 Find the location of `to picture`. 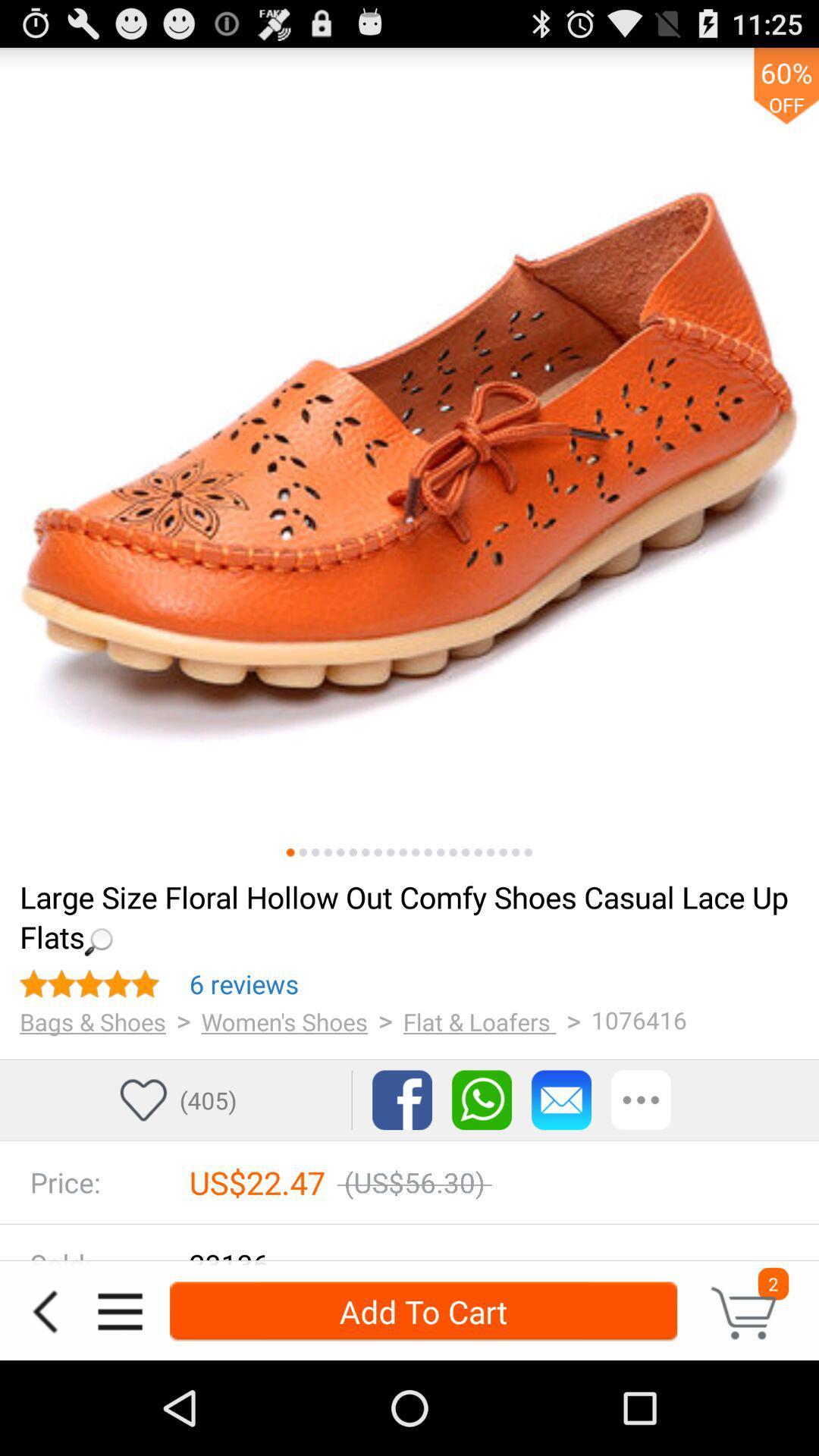

to picture is located at coordinates (503, 852).